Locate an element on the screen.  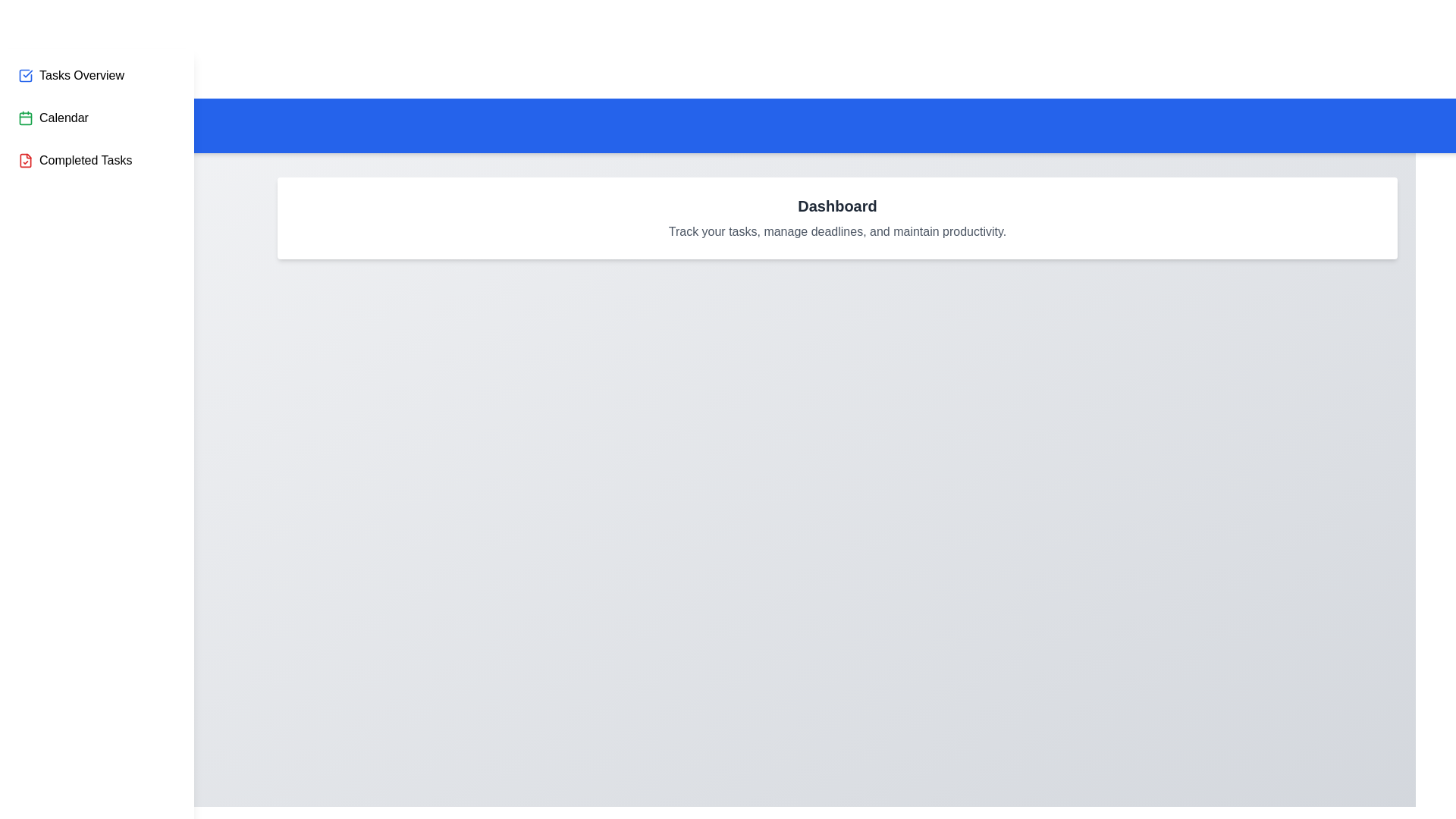
the text label that reads 'Track your tasks, manage deadlines, and maintain productivity', located below the 'Dashboard' heading in the central part of the layout is located at coordinates (836, 231).